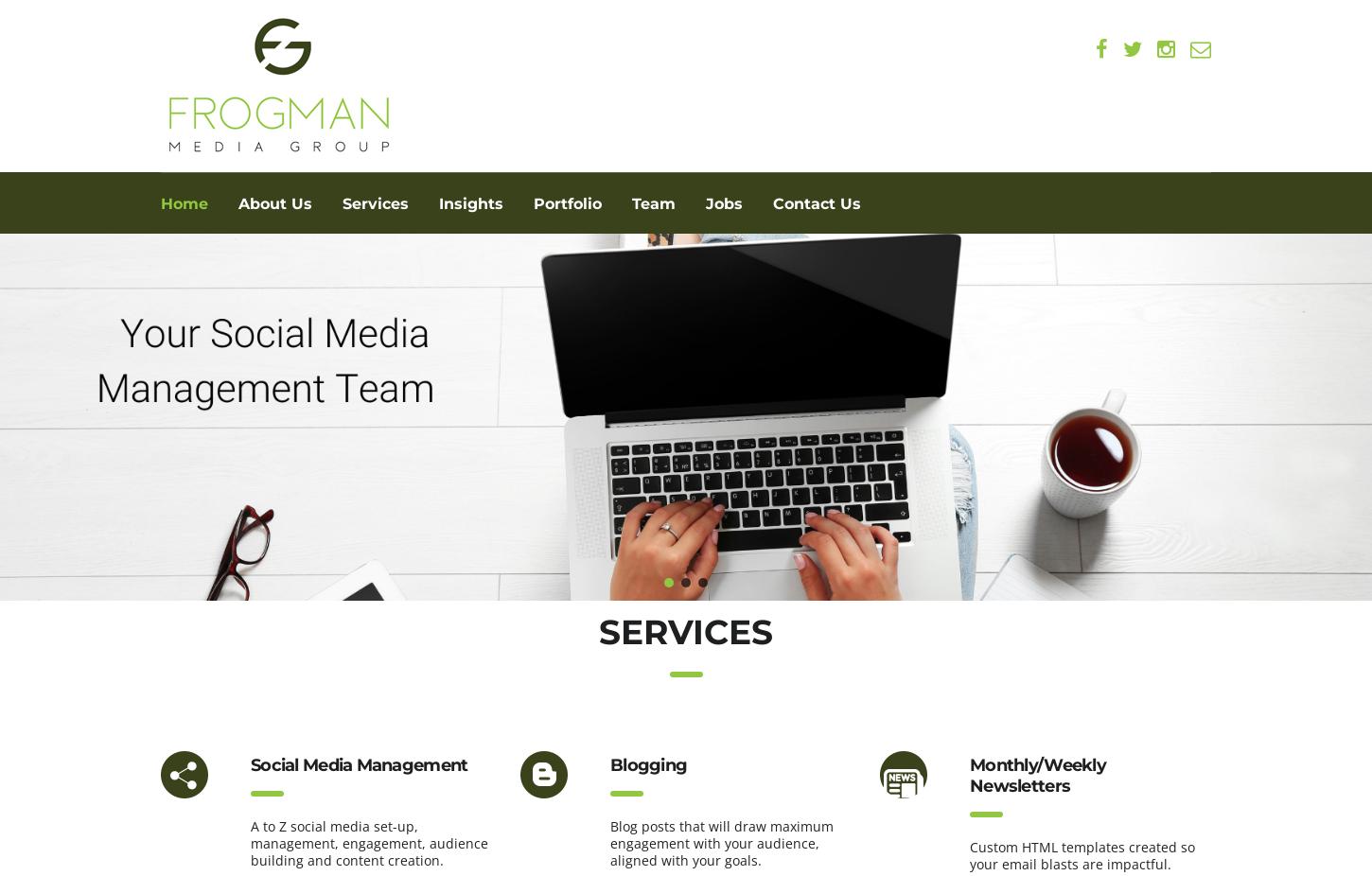 This screenshot has width=1372, height=876. I want to click on 'A to Z social media set-up, management, engagement, audience building and content creation.', so click(368, 843).